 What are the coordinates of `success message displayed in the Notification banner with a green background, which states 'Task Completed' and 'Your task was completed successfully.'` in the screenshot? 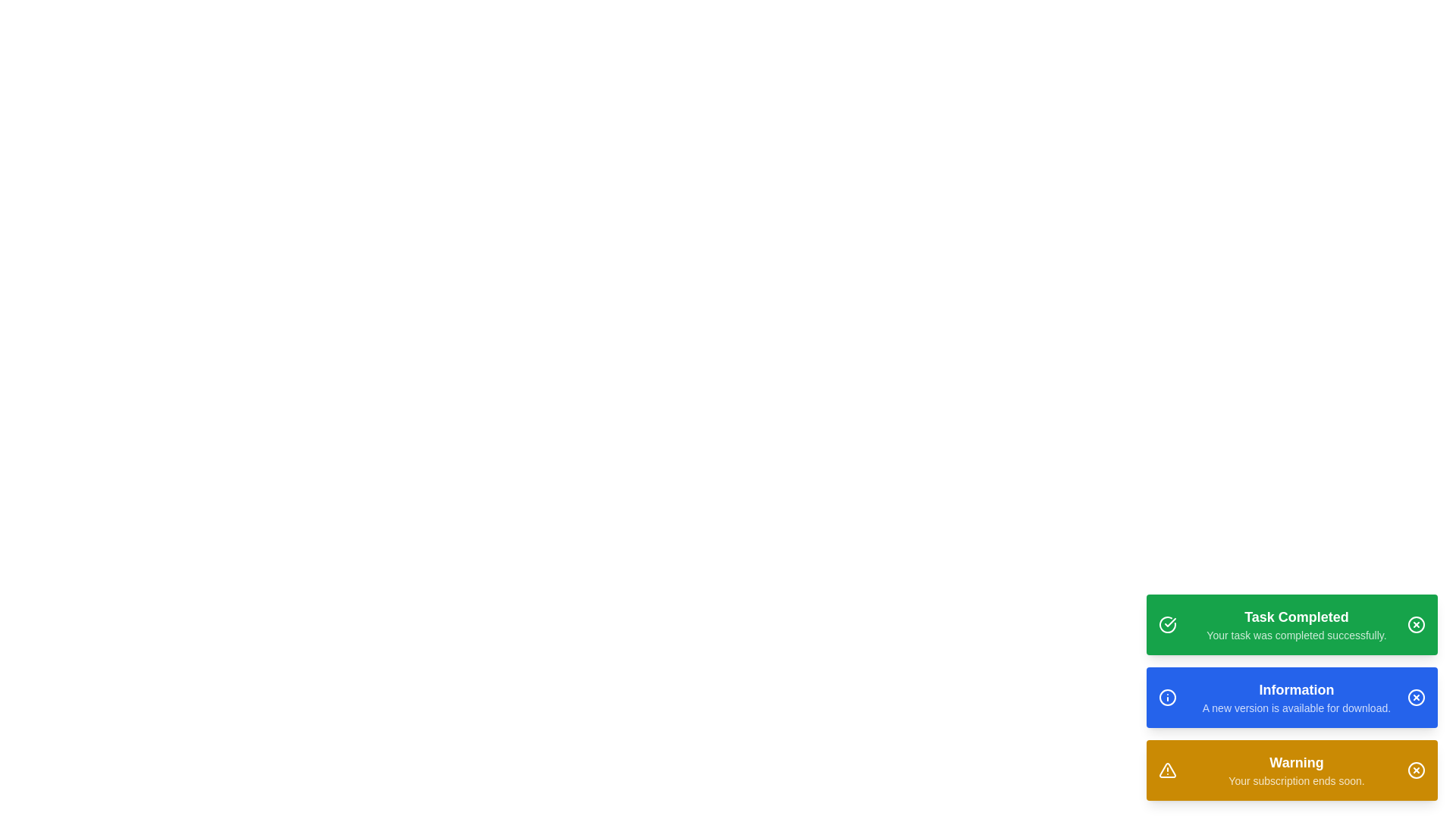 It's located at (1295, 625).